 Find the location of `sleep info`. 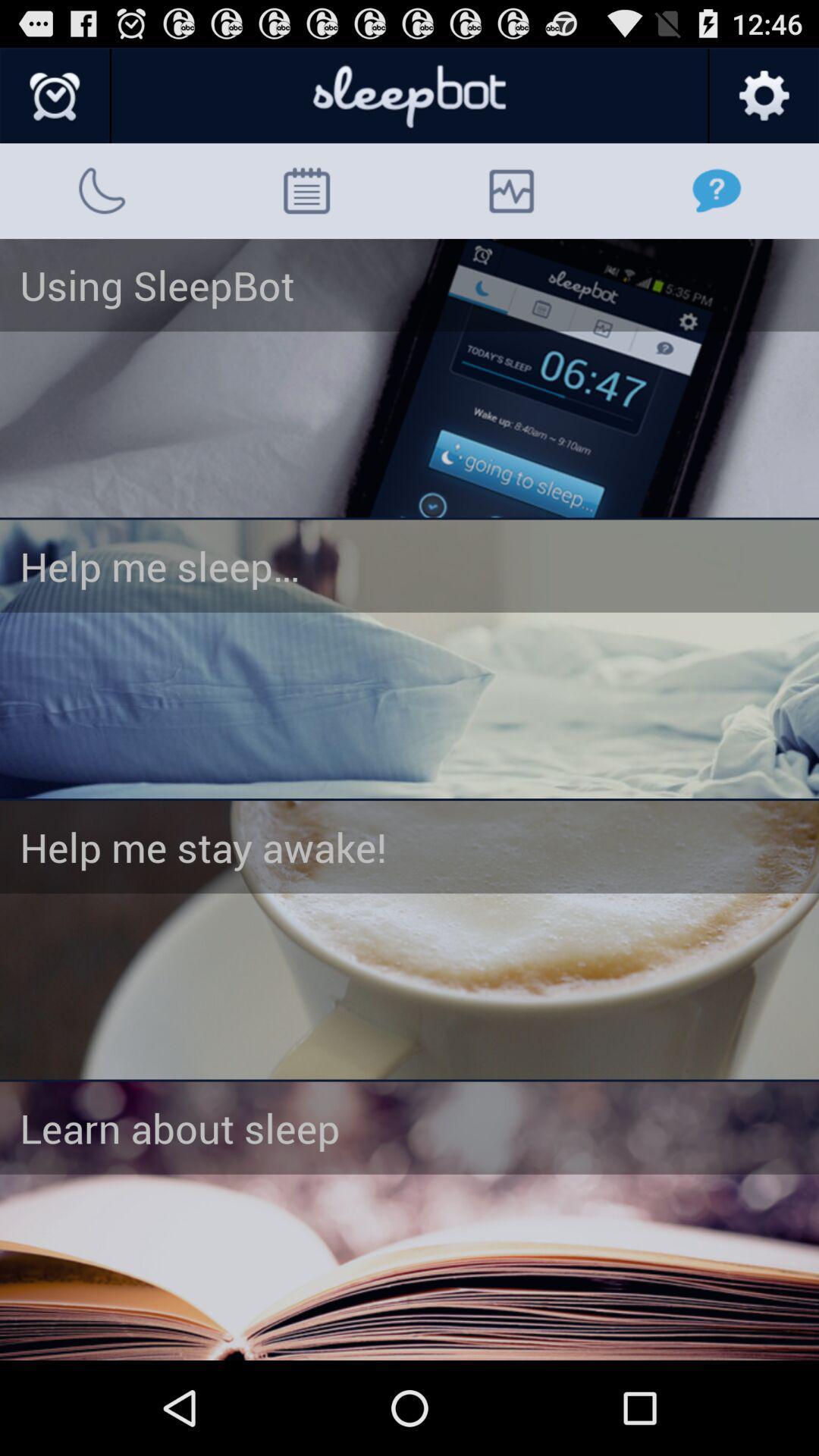

sleep info is located at coordinates (409, 1221).